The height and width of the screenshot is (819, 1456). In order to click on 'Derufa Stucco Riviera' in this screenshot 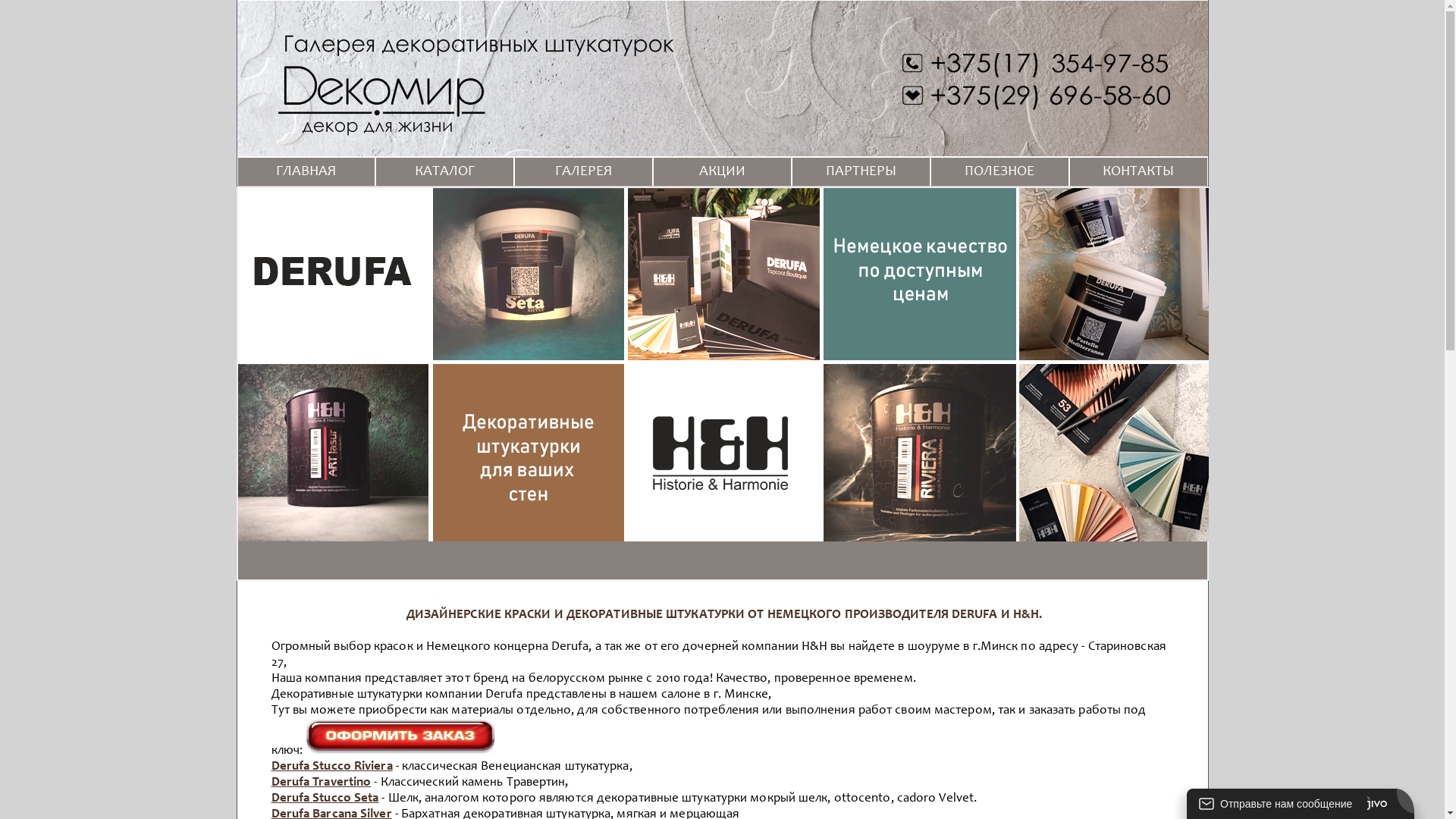, I will do `click(331, 767)`.